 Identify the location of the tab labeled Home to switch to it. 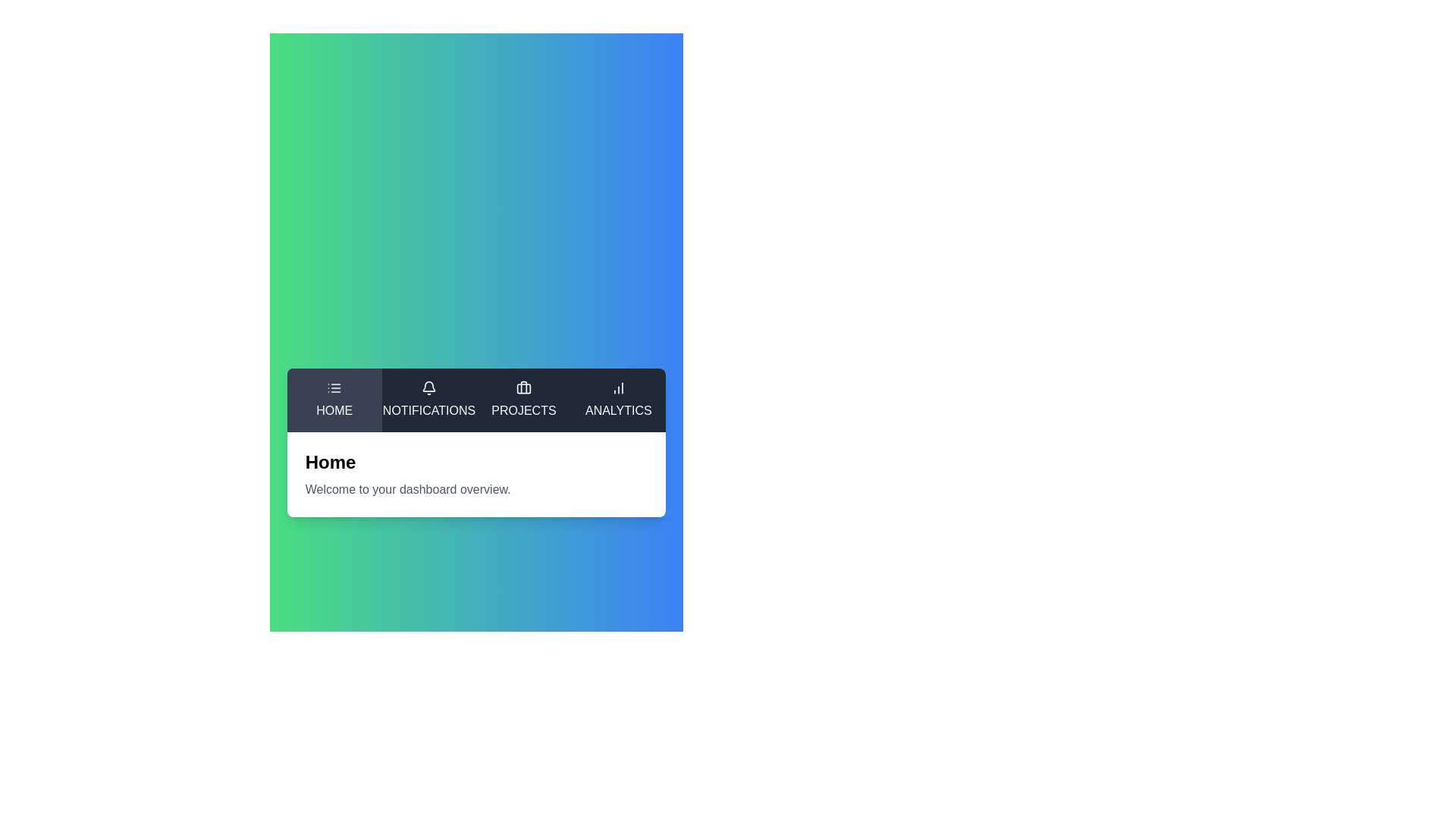
(334, 400).